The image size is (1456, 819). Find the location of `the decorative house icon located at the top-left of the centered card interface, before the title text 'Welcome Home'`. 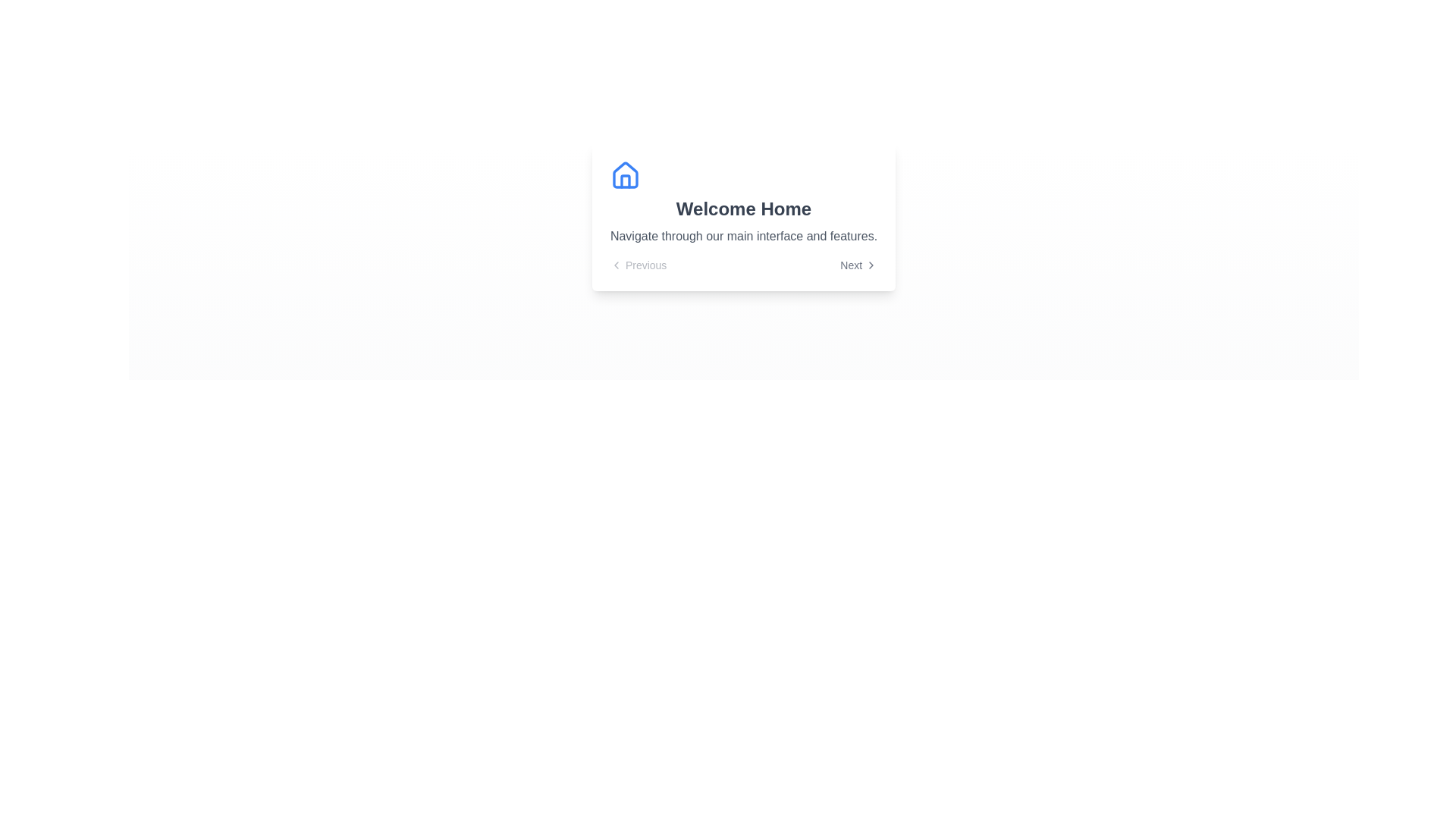

the decorative house icon located at the top-left of the centered card interface, before the title text 'Welcome Home' is located at coordinates (625, 174).